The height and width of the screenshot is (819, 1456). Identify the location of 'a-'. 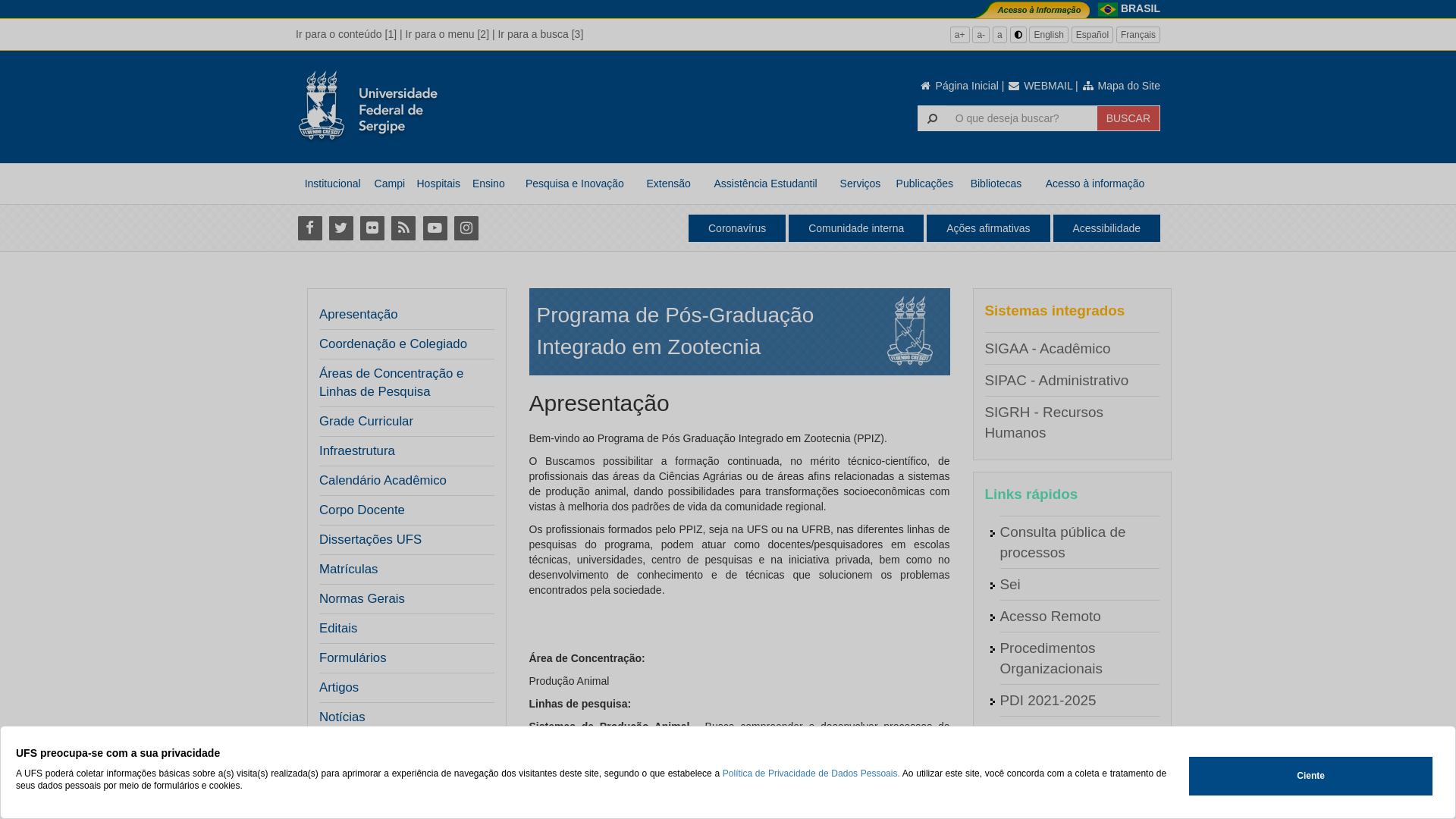
(971, 34).